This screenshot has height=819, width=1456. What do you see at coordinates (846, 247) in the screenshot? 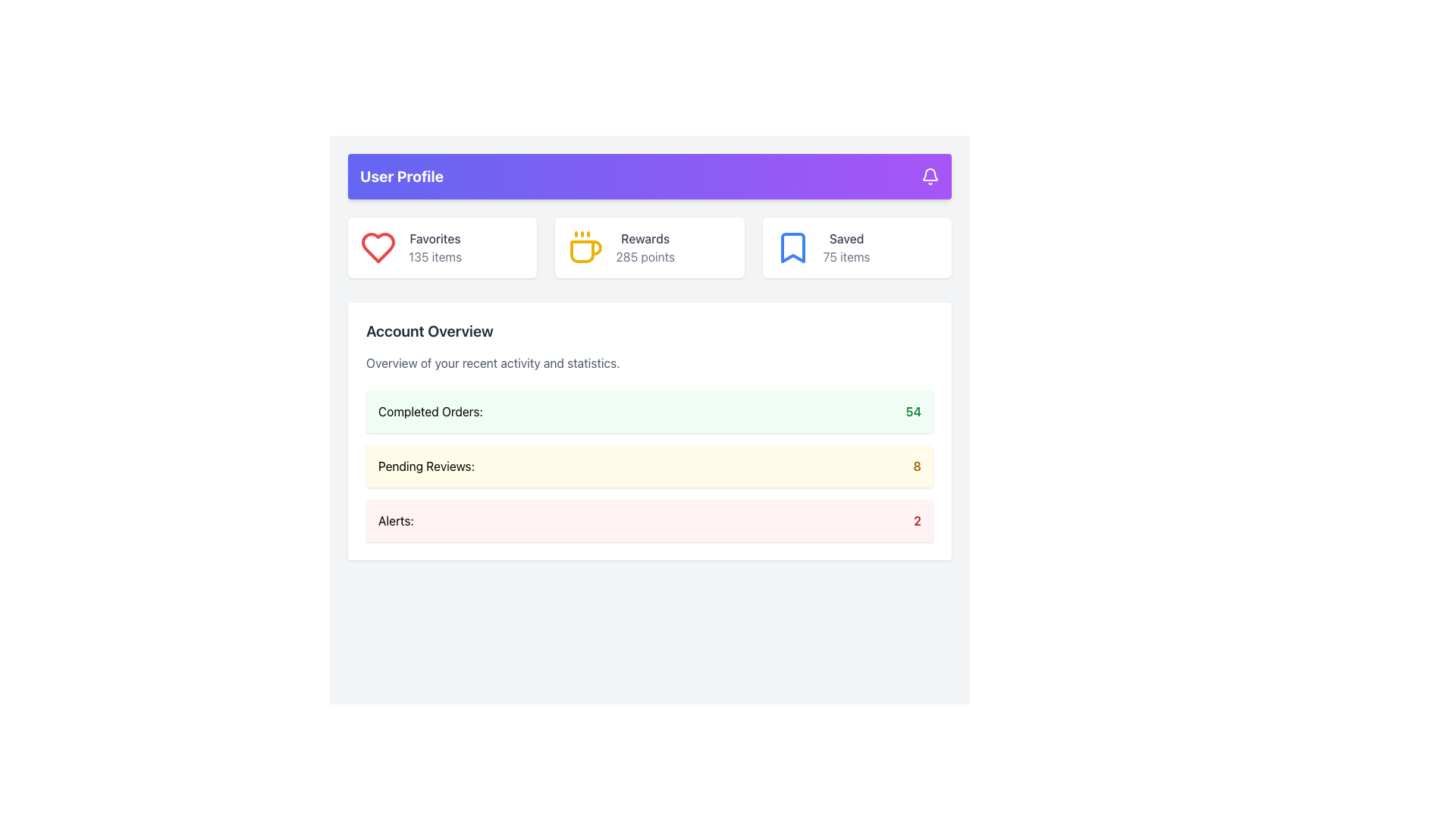
I see `the Text Display Component that shows 'Saved' and '75 items', located in the upper right corner of the interface among square buttons` at bounding box center [846, 247].